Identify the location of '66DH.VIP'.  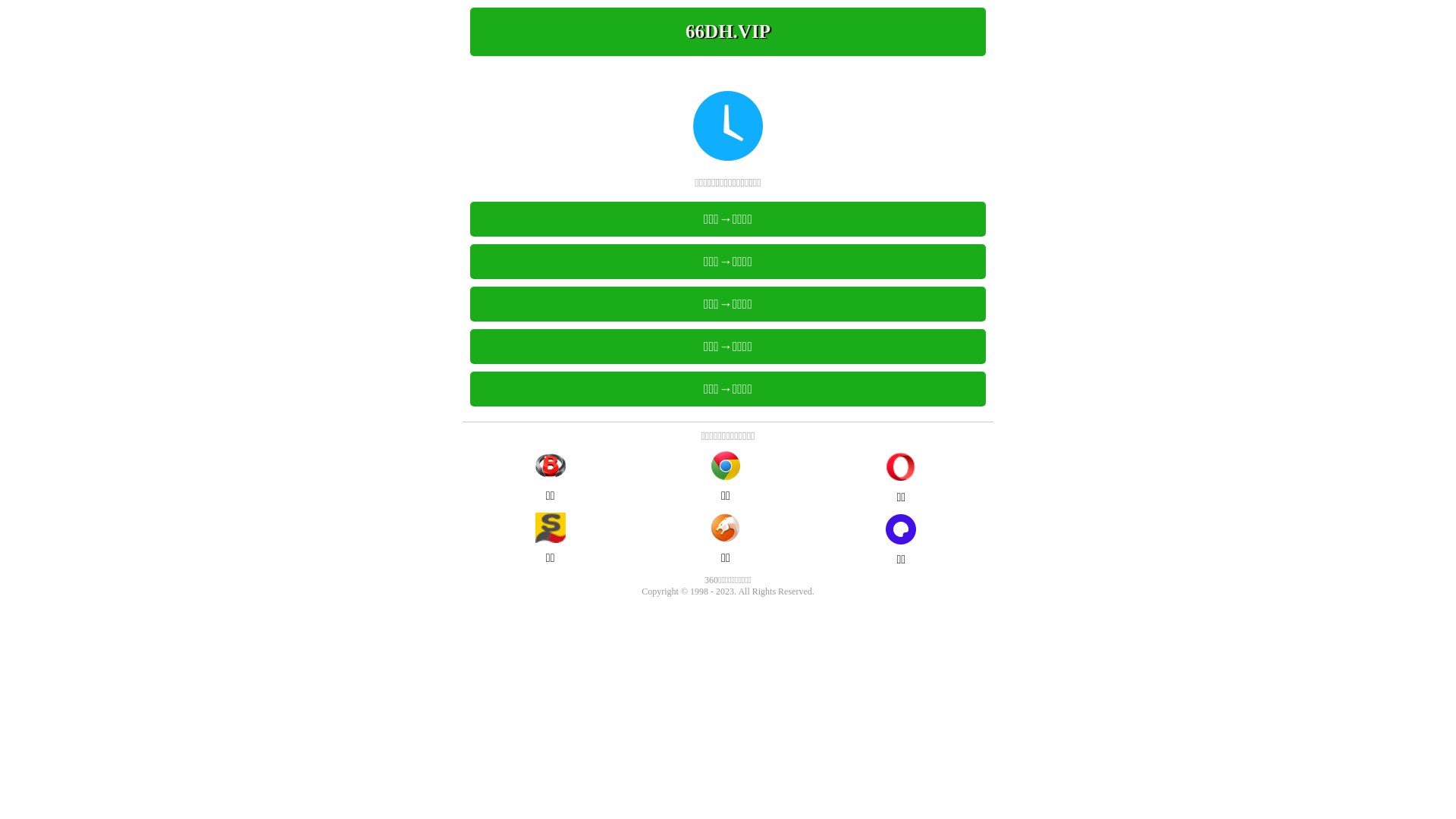
(728, 32).